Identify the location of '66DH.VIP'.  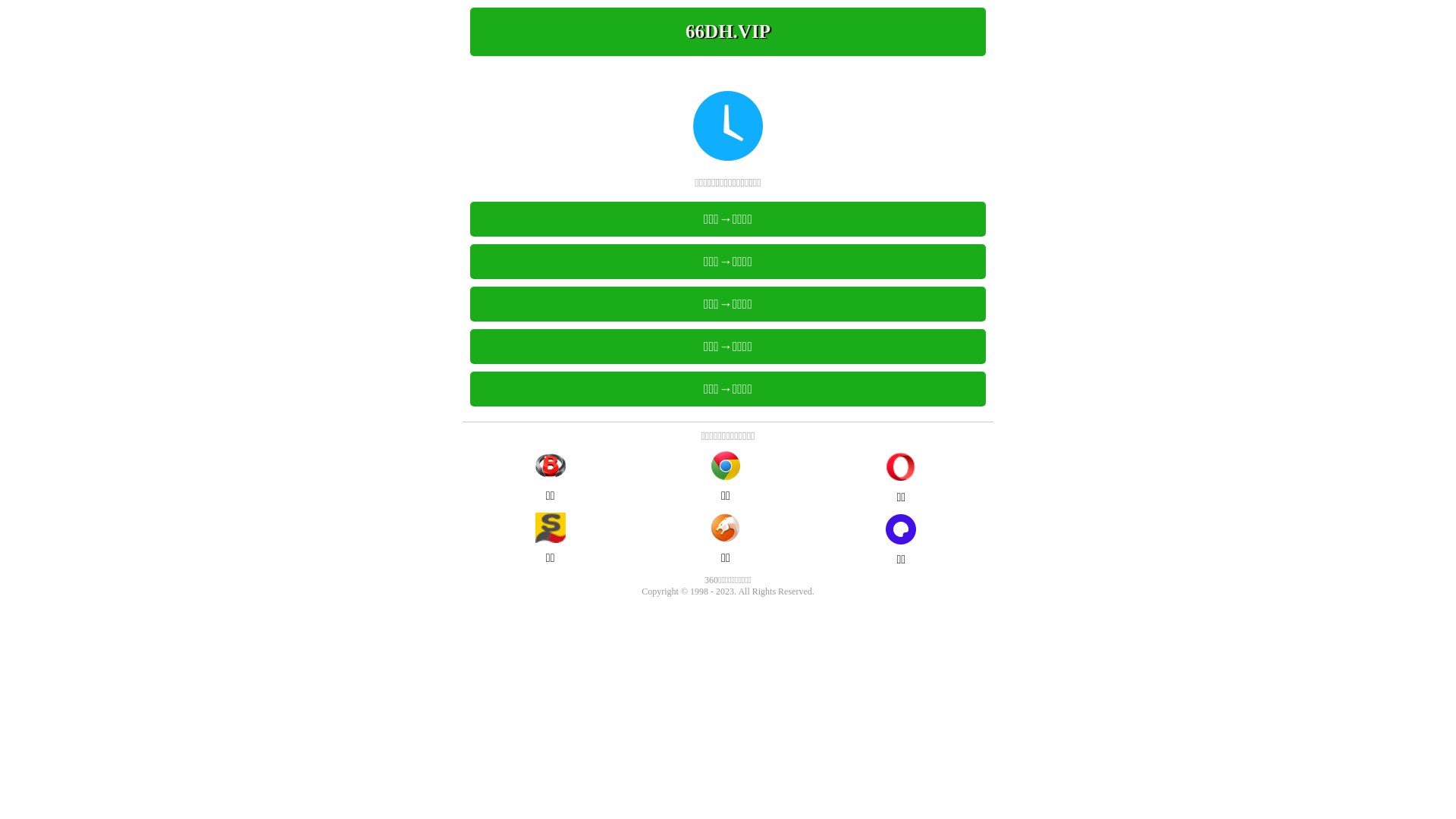
(728, 32).